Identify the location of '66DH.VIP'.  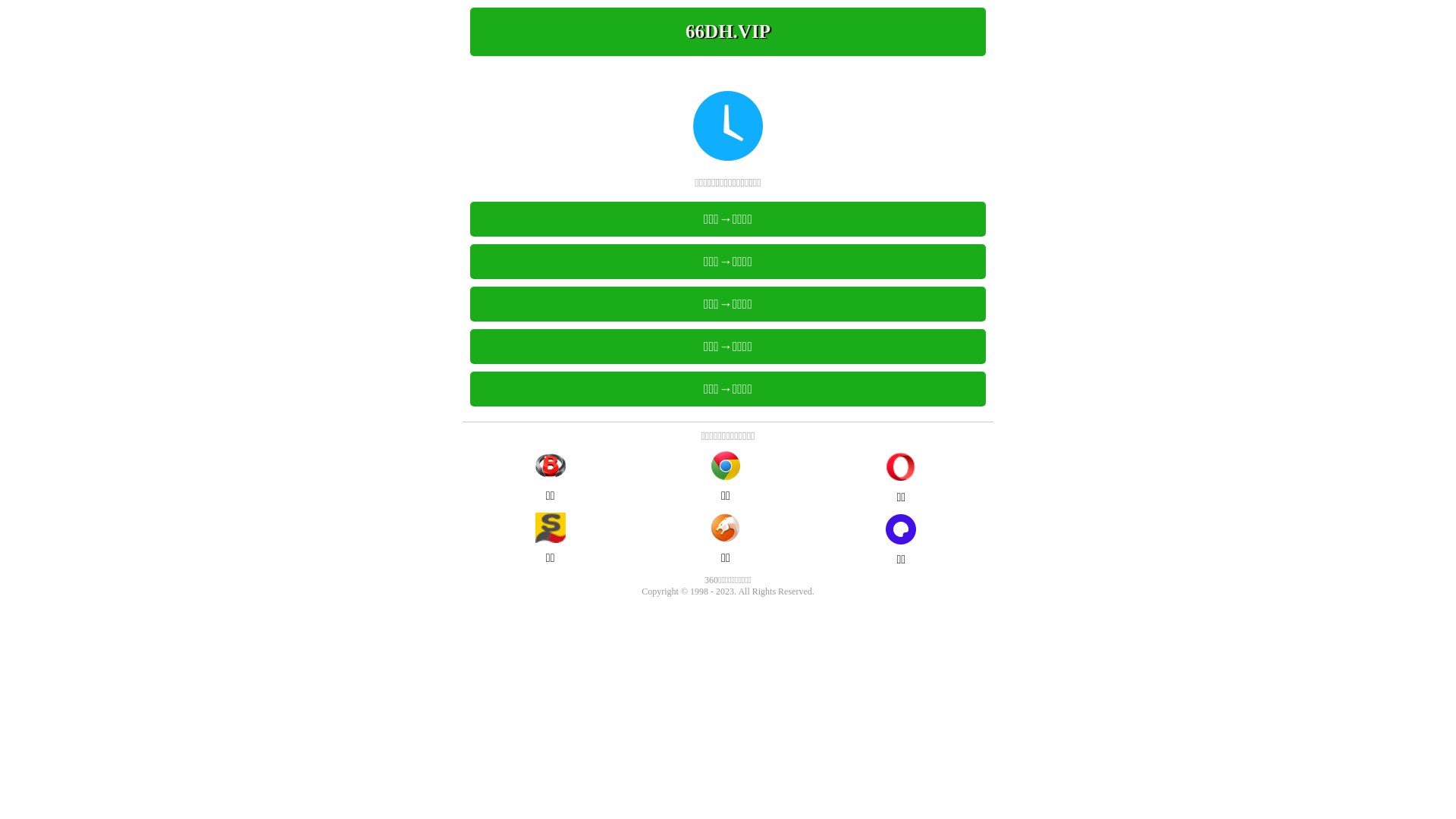
(728, 32).